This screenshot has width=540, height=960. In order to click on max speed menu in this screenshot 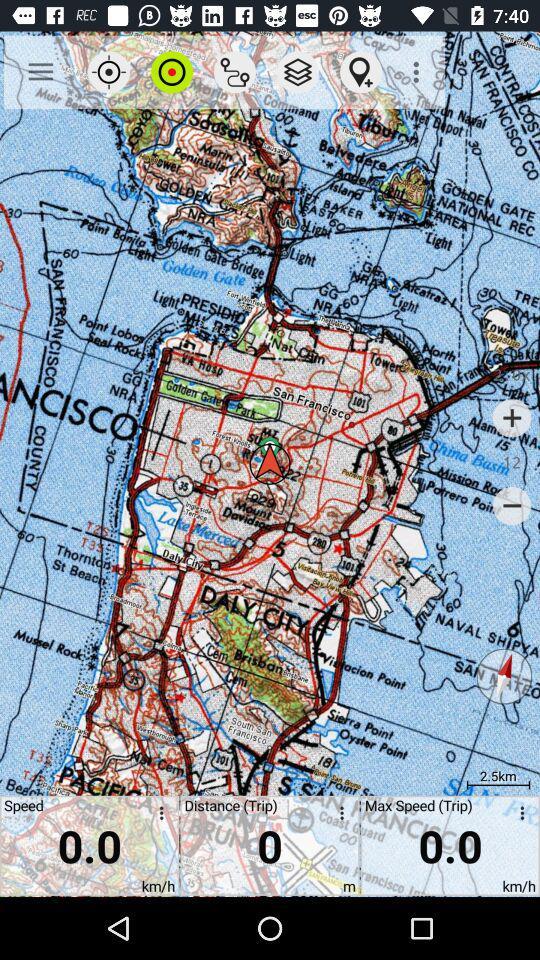, I will do `click(518, 816)`.